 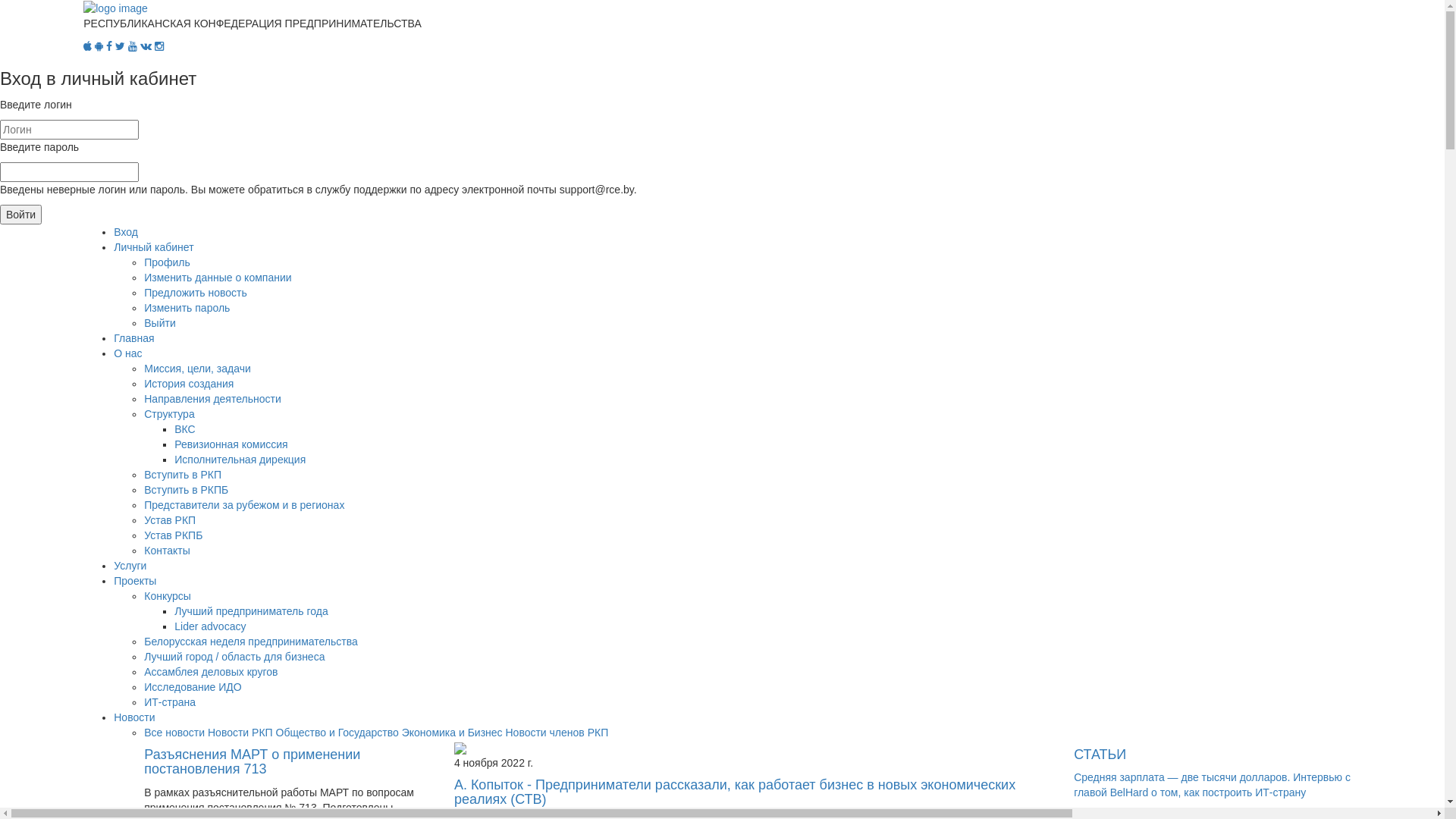 What do you see at coordinates (174, 626) in the screenshot?
I see `'Lider advocacy'` at bounding box center [174, 626].